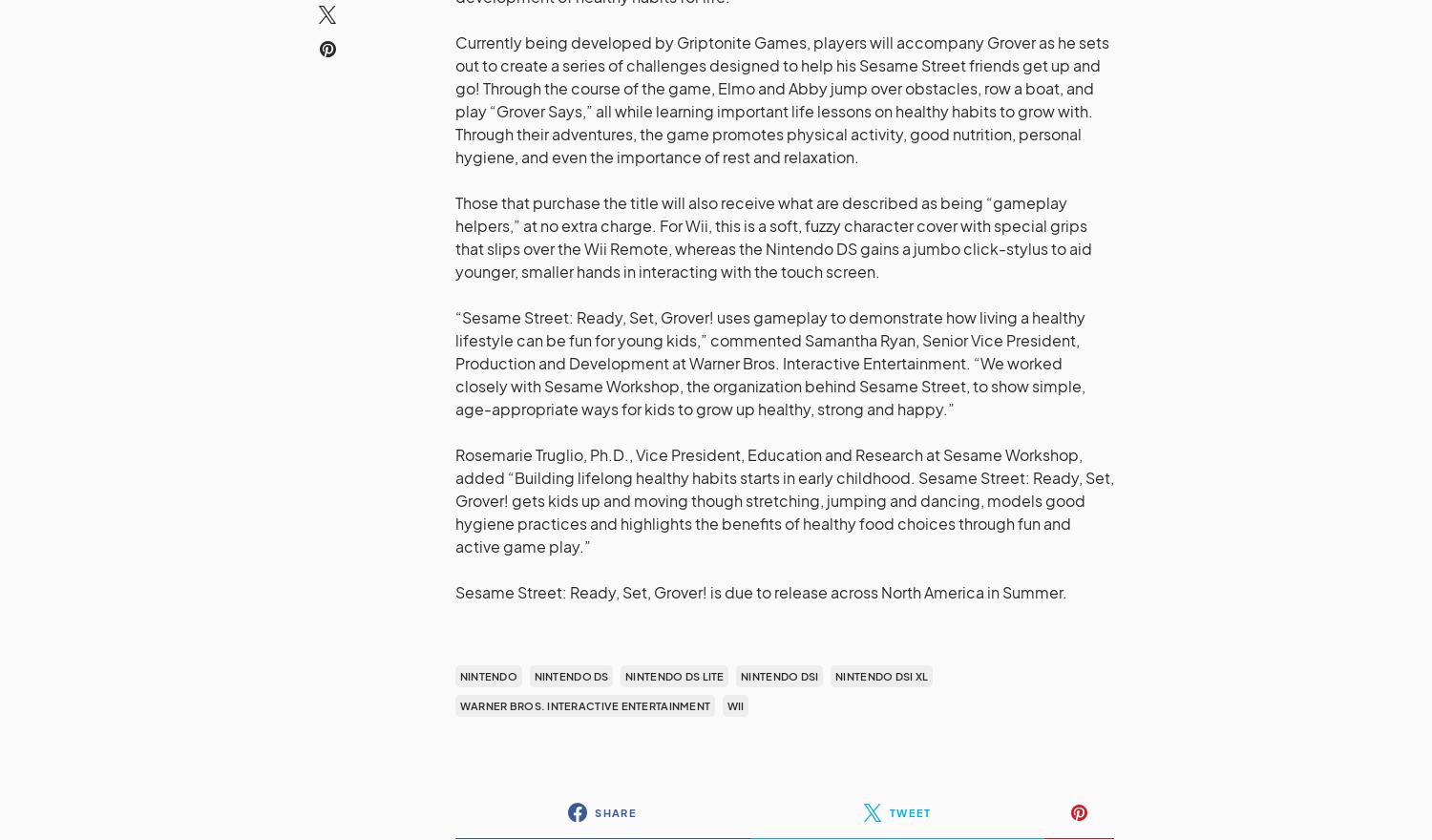 Image resolution: width=1432 pixels, height=840 pixels. Describe the element at coordinates (740, 676) in the screenshot. I see `'Nintendo DSi'` at that location.